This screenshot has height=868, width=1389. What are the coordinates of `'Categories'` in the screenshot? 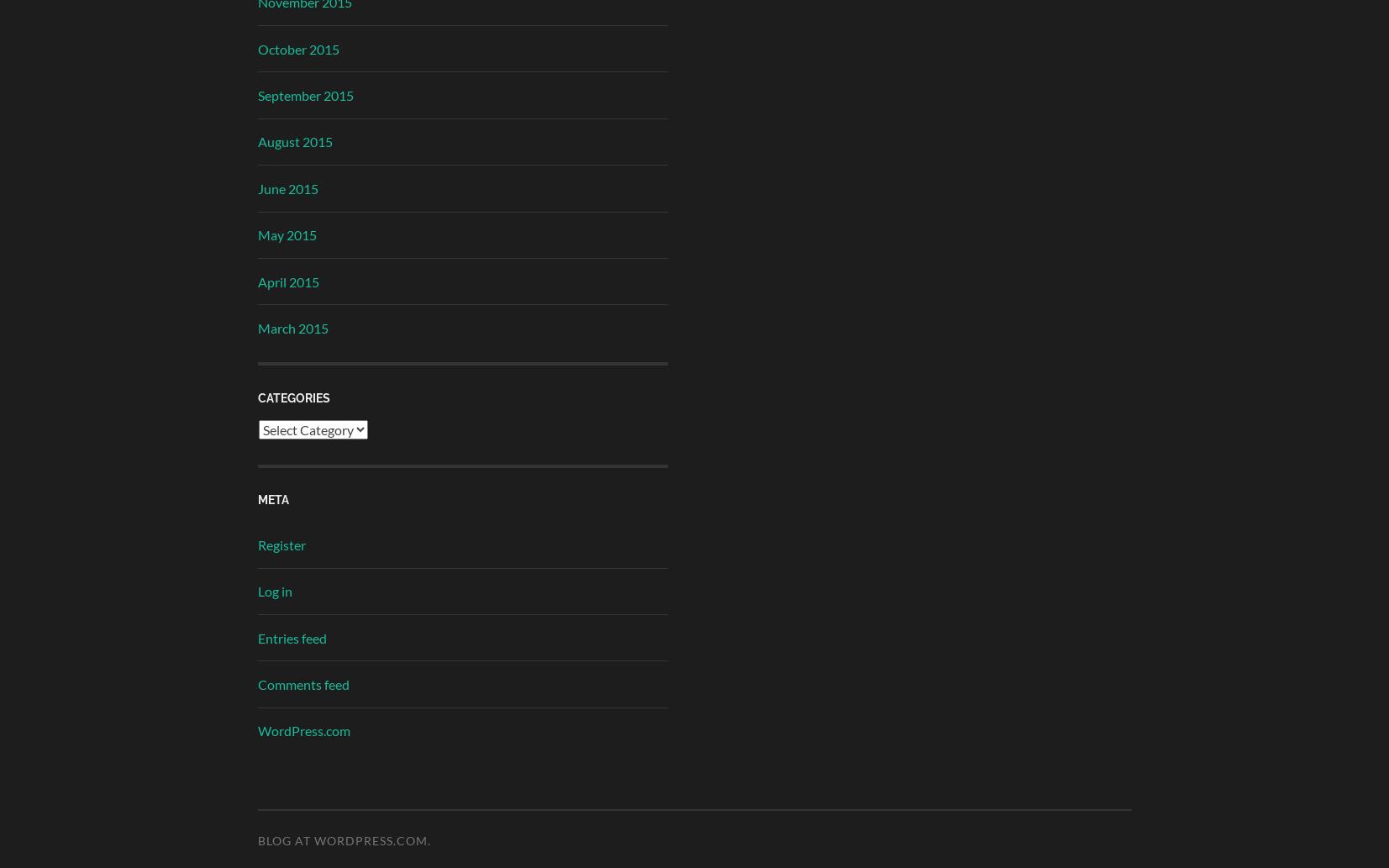 It's located at (292, 397).